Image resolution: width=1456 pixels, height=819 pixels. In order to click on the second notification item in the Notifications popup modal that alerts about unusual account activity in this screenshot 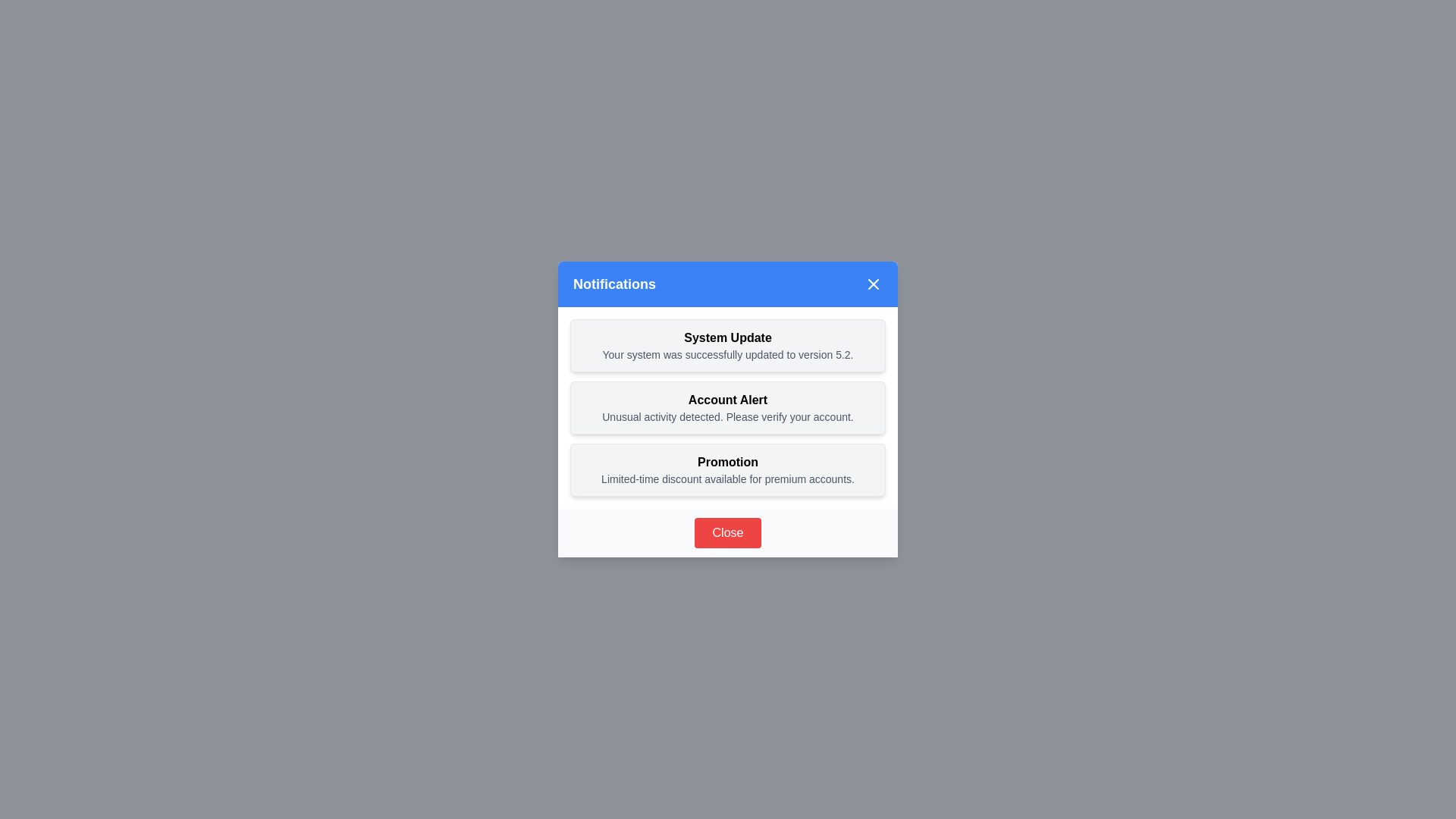, I will do `click(728, 409)`.